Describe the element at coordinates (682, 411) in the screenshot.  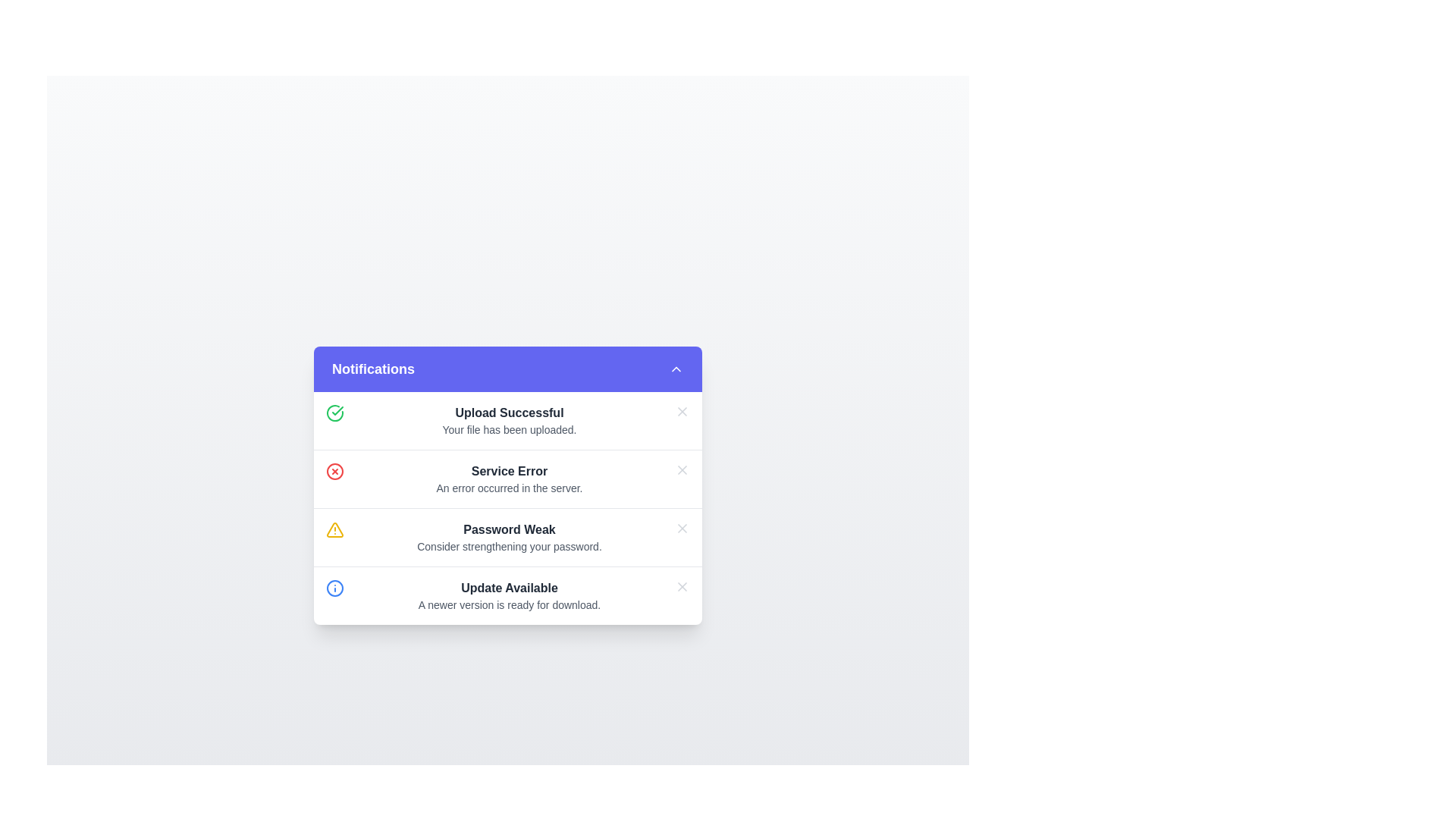
I see `the button at the far-right end of the 'Upload Successful' notification` at that location.